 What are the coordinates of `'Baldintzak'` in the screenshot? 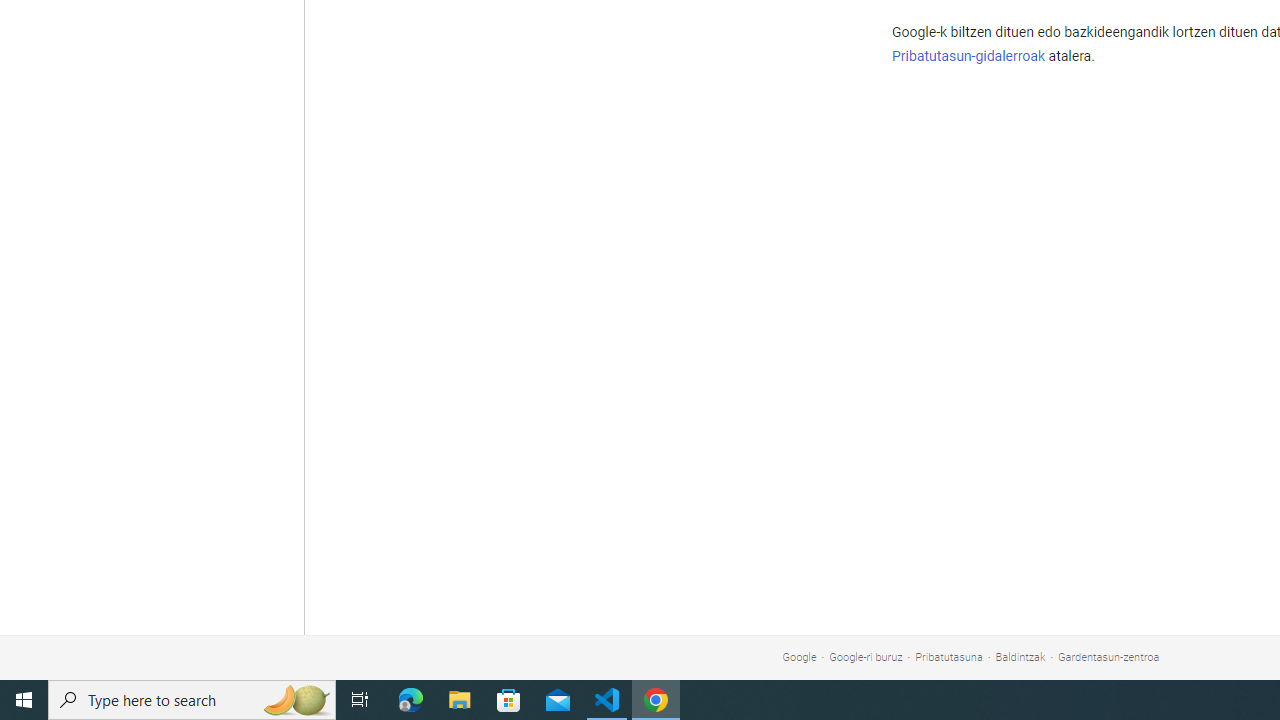 It's located at (1020, 657).